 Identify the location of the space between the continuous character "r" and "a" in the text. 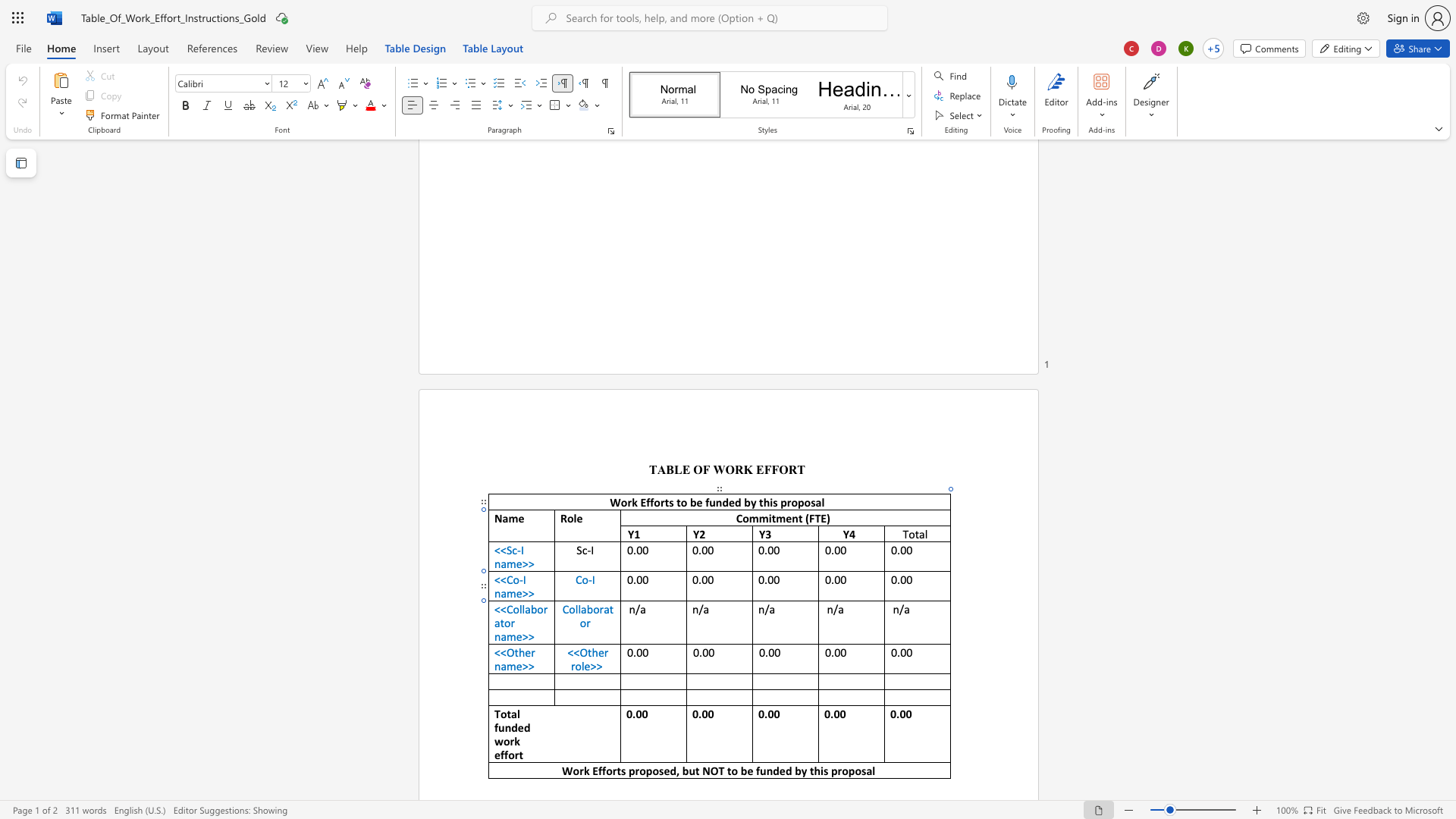
(603, 608).